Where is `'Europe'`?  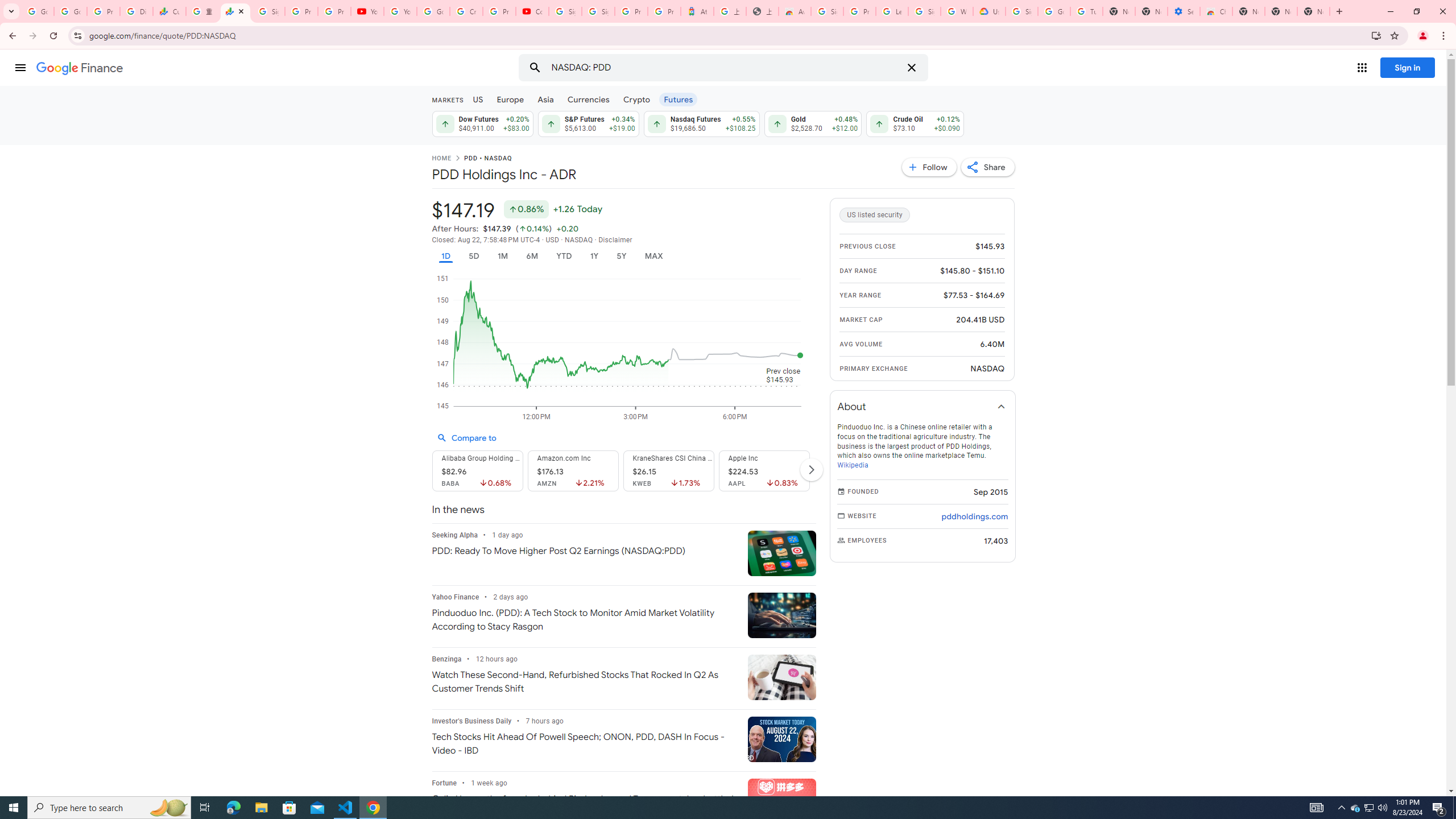
'Europe' is located at coordinates (510, 98).